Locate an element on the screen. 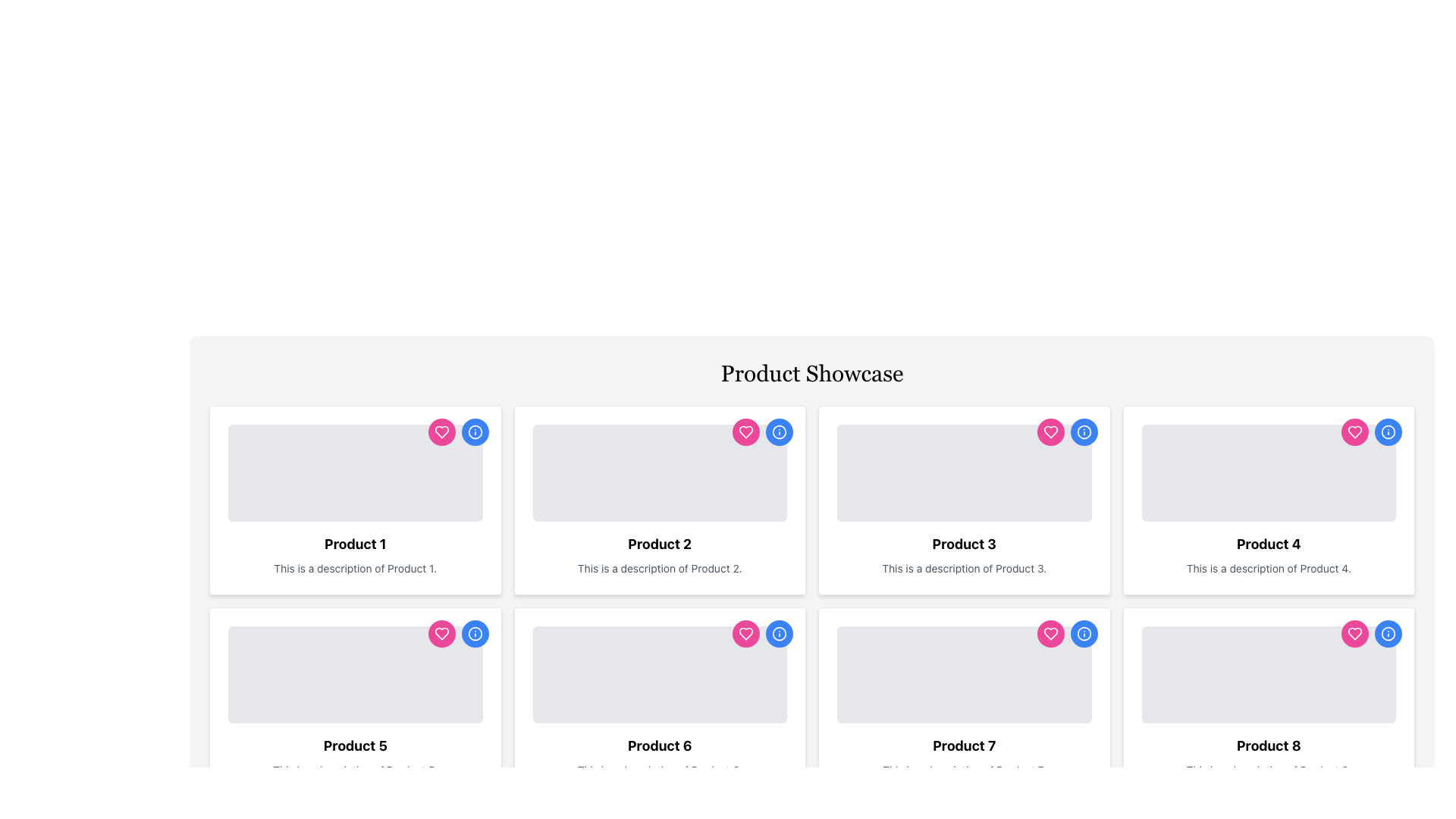 The width and height of the screenshot is (1456, 819). the 'like' or 'favorite' button located in the top-right corner of the Product 7 card is located at coordinates (1050, 634).